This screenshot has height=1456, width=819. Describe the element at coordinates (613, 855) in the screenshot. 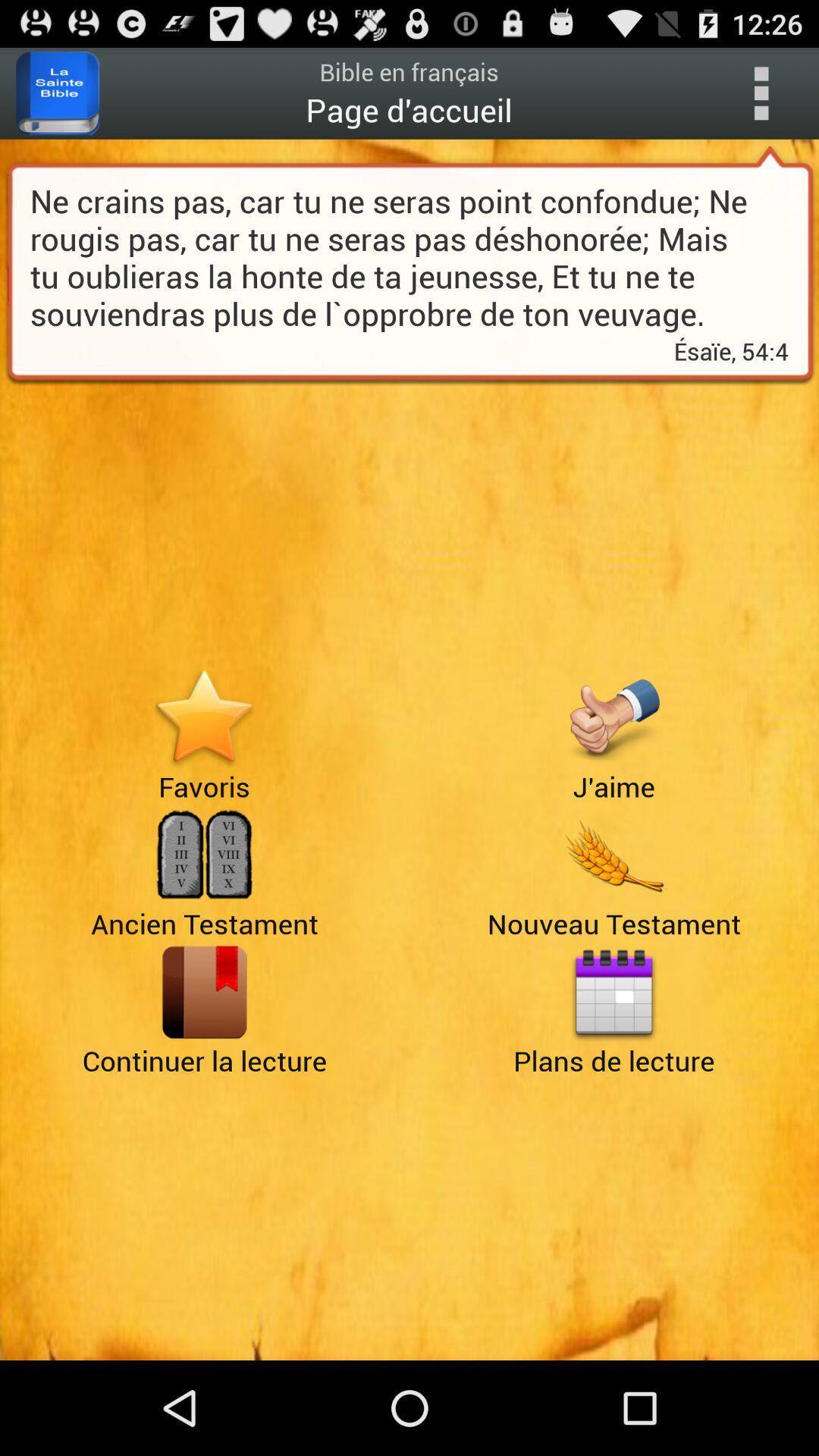

I see `new testament` at that location.